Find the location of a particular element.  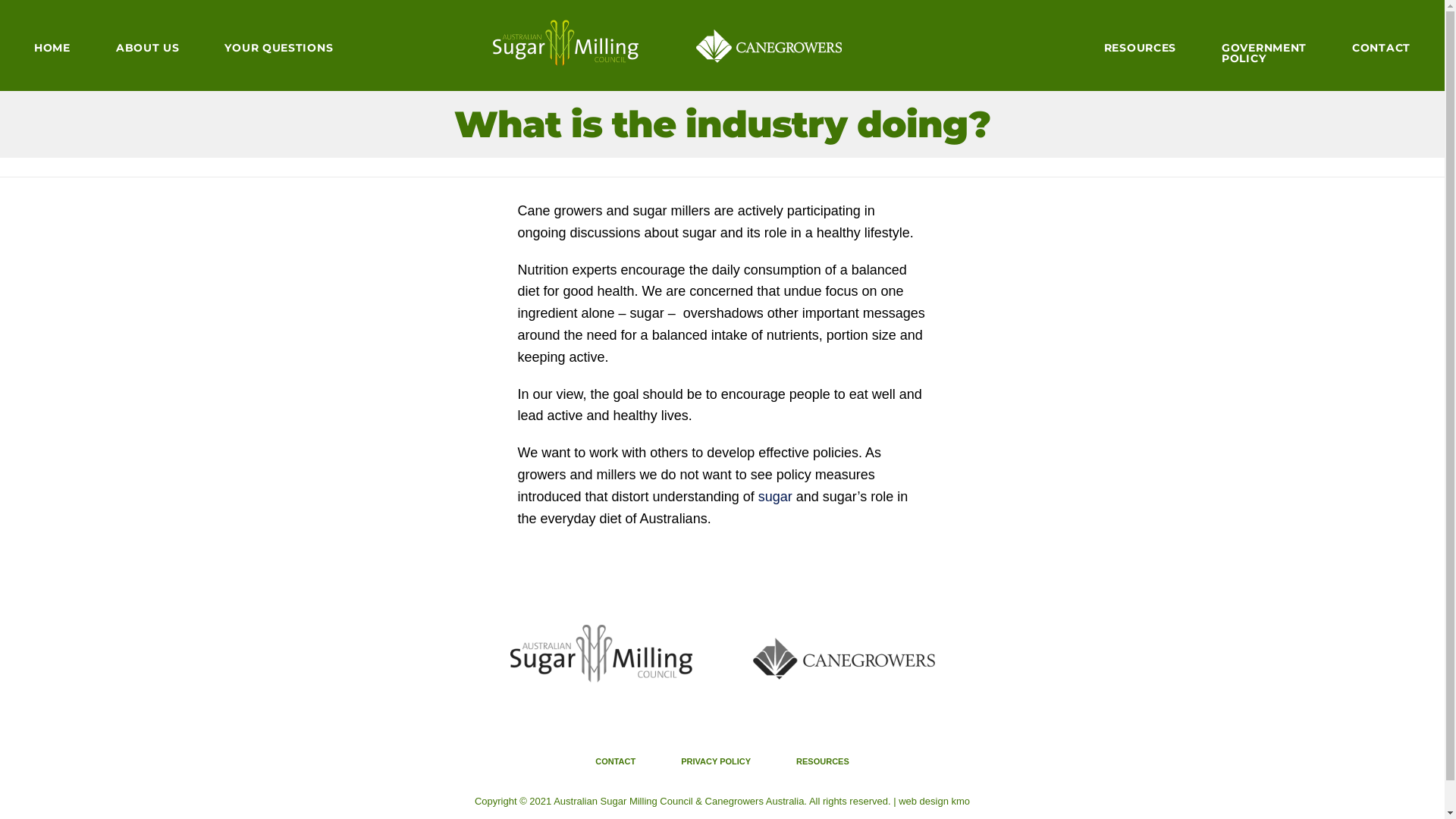

'ABOUT US' is located at coordinates (148, 45).